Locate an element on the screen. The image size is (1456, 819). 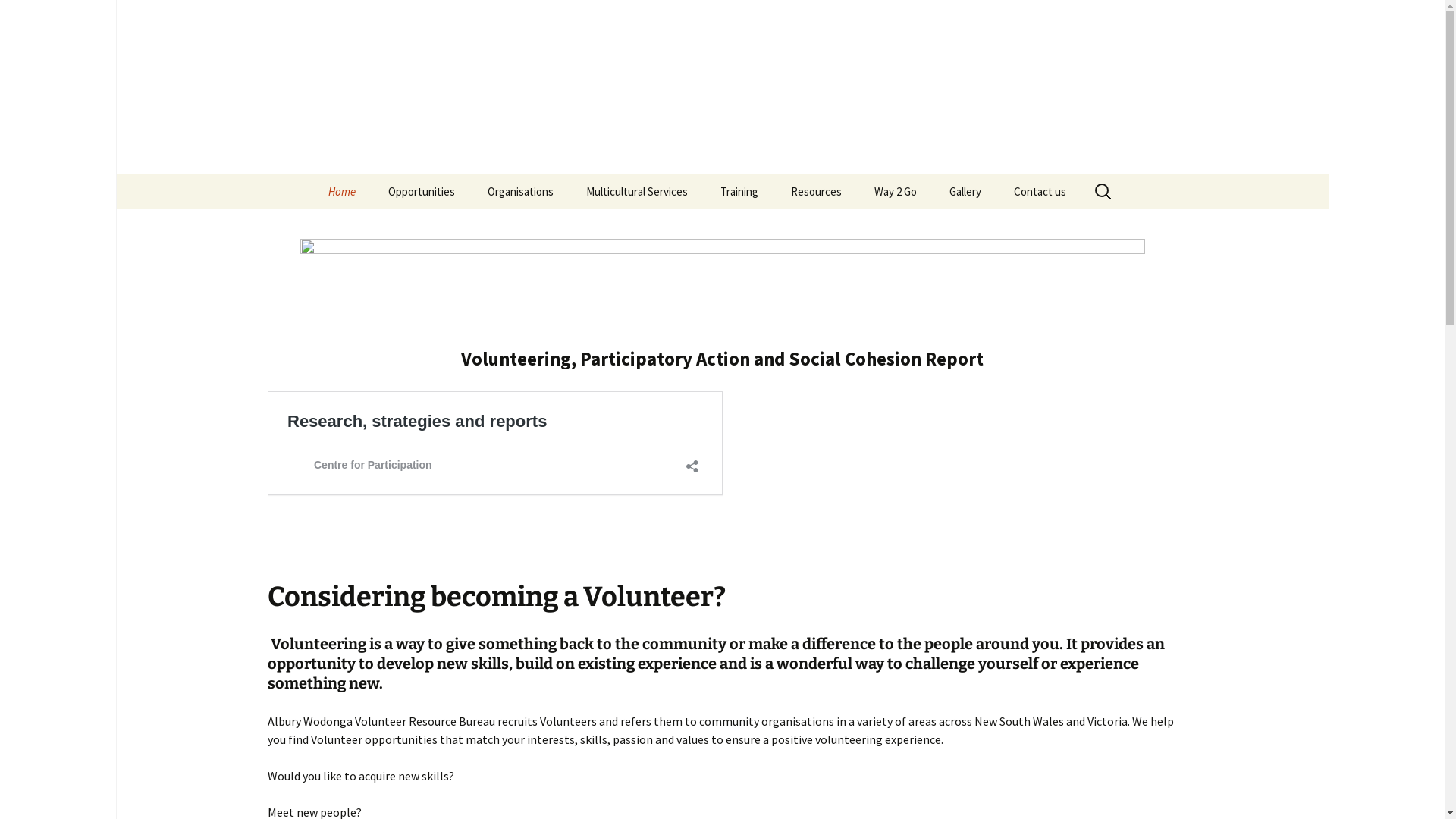
'Training For Organisations' is located at coordinates (781, 231).